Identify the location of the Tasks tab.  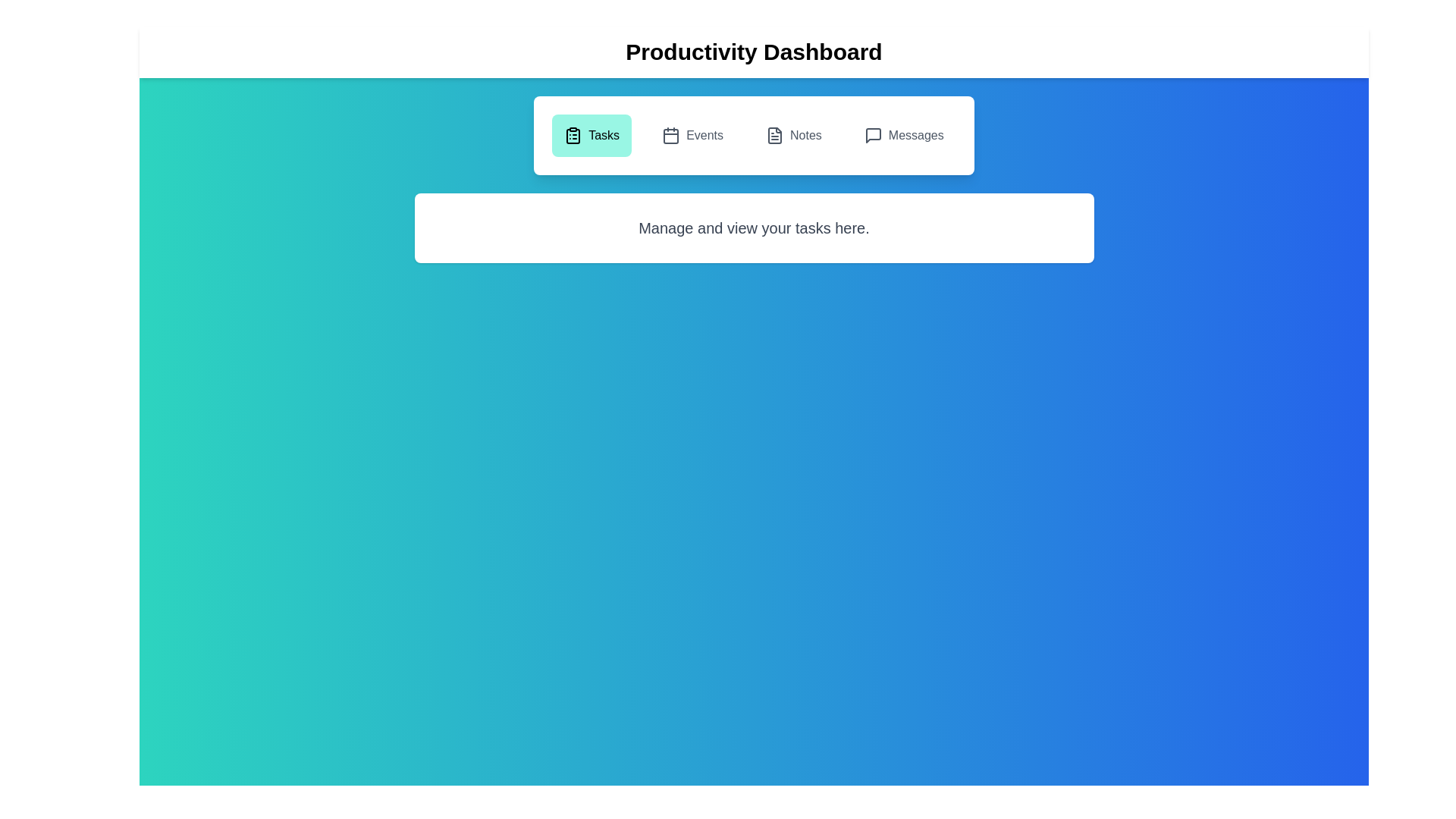
(590, 134).